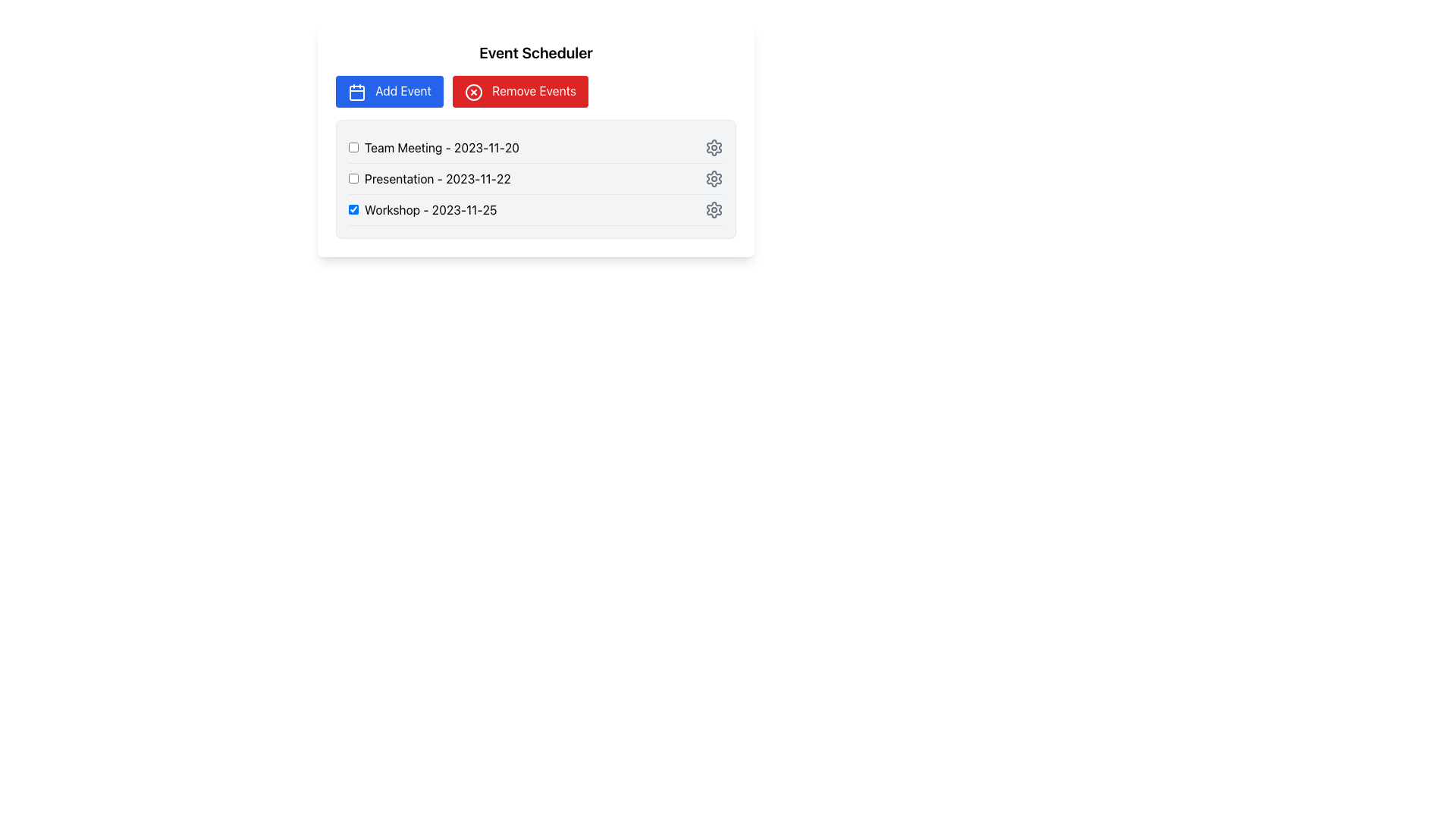 The height and width of the screenshot is (819, 1456). I want to click on the checkbox aligned to the left of the text 'Workshop - 2023-11-25', so click(353, 209).